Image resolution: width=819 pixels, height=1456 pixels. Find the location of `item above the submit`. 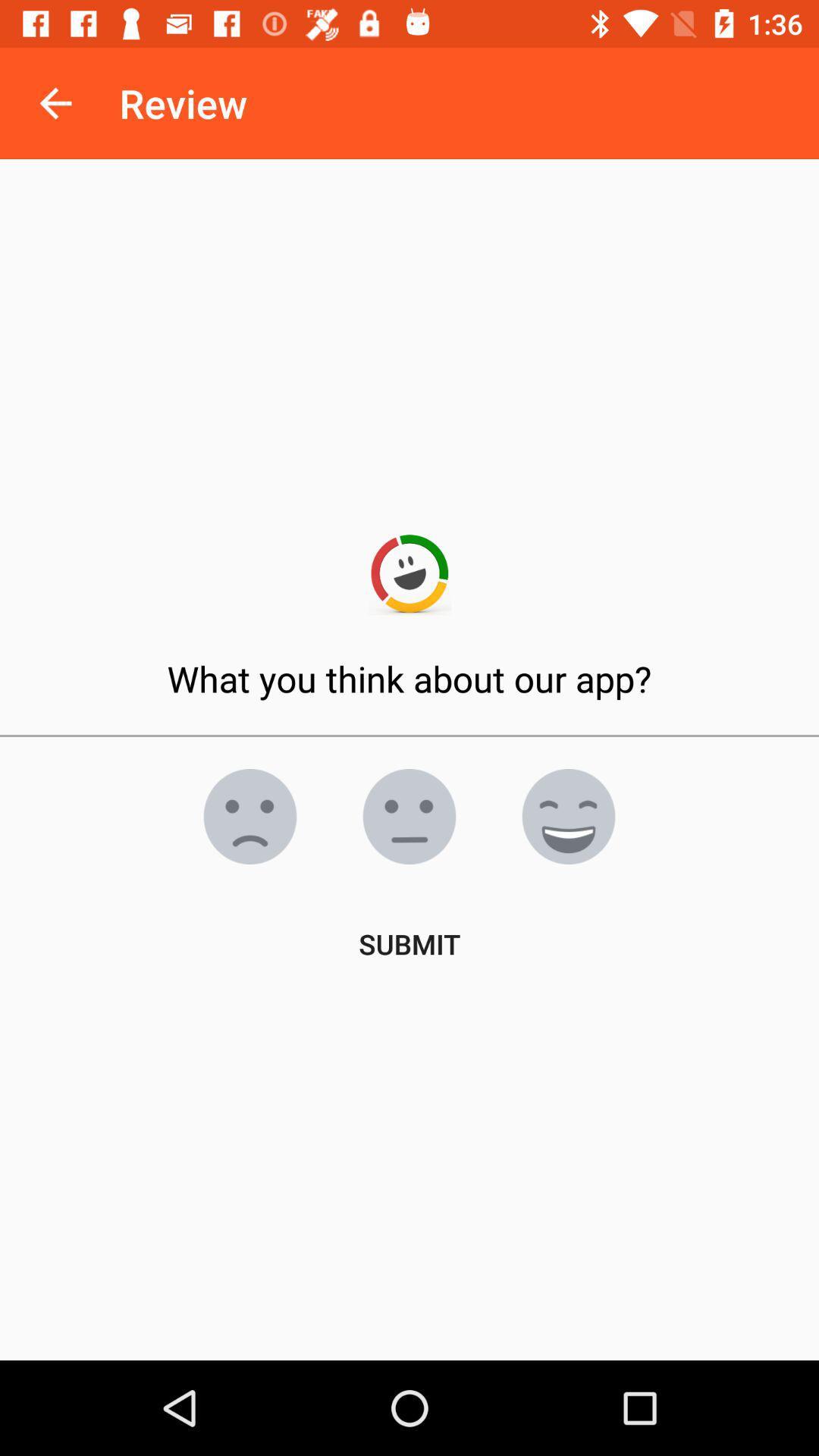

item above the submit is located at coordinates (409, 815).